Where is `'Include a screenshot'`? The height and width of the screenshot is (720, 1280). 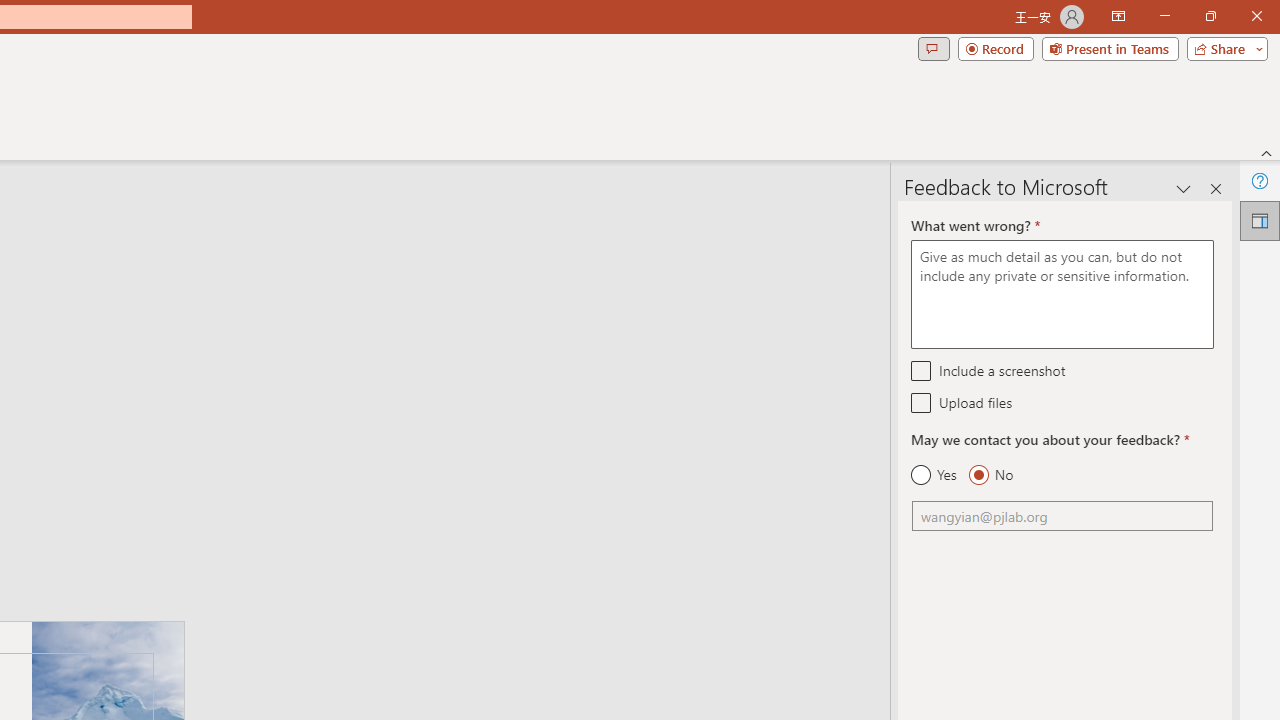
'Include a screenshot' is located at coordinates (920, 370).